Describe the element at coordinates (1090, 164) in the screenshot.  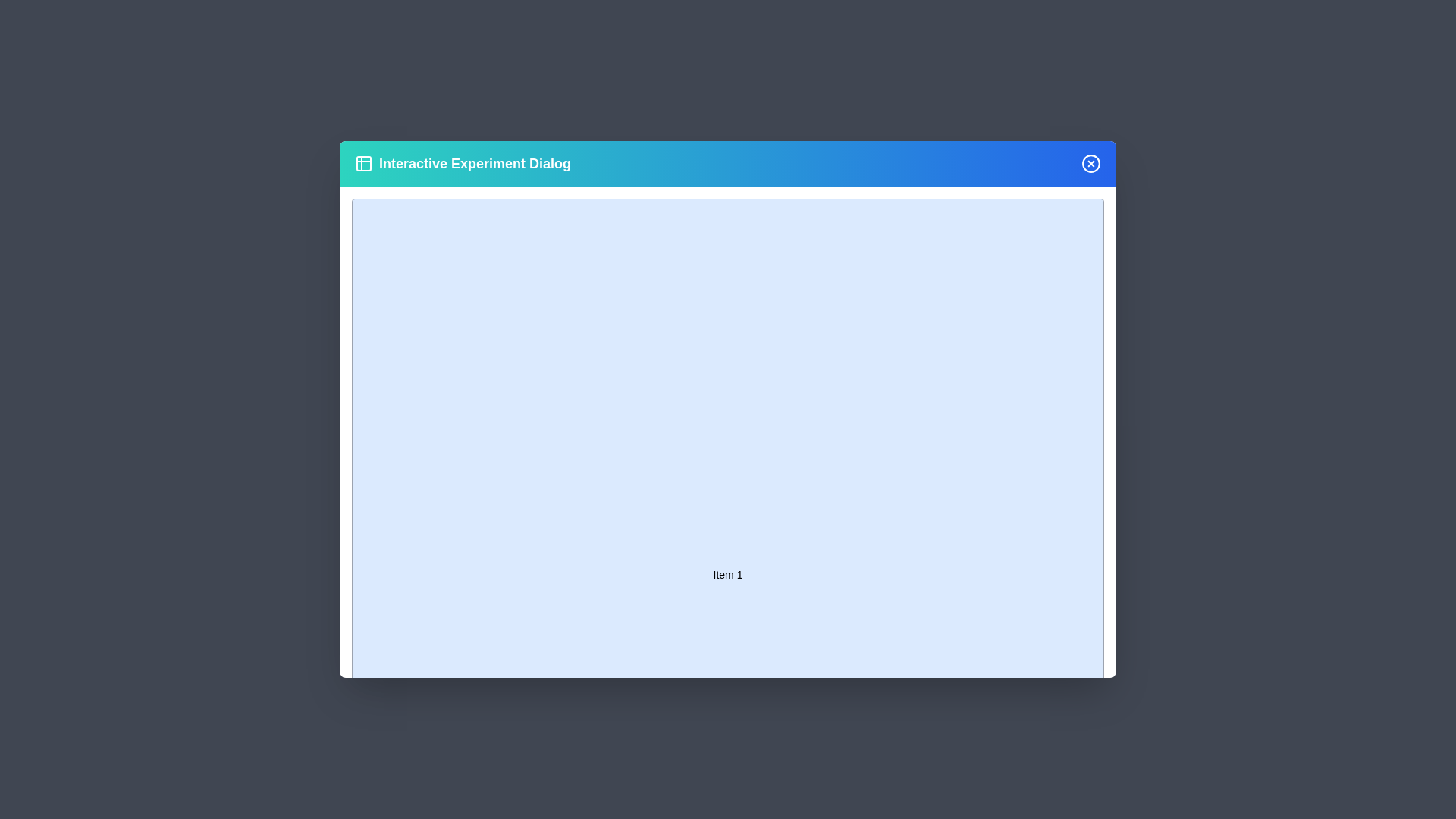
I see `the close button in the top-right corner of the dialog` at that location.